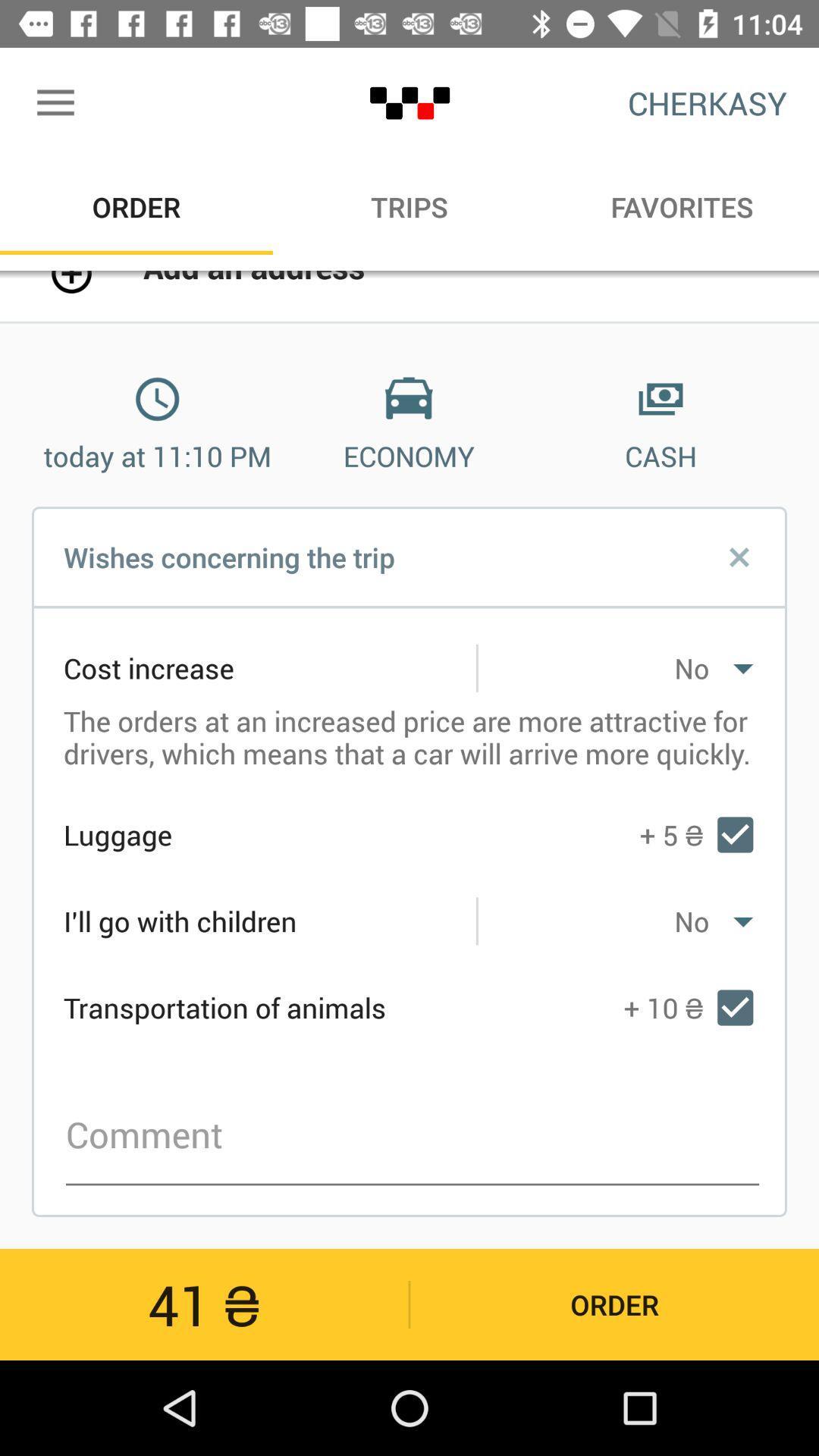 The image size is (819, 1456). Describe the element at coordinates (708, 102) in the screenshot. I see `cherkasy item` at that location.